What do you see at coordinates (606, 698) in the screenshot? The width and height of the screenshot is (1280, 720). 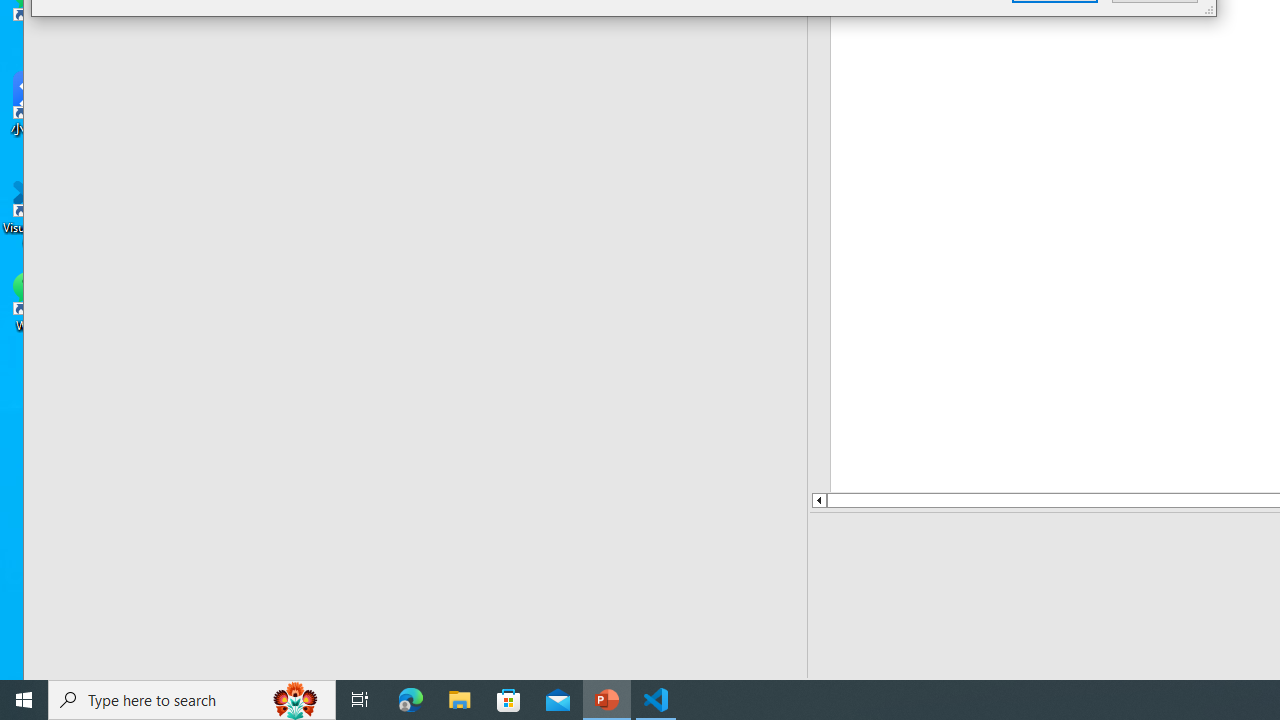 I see `'PowerPoint - 1 running window'` at bounding box center [606, 698].